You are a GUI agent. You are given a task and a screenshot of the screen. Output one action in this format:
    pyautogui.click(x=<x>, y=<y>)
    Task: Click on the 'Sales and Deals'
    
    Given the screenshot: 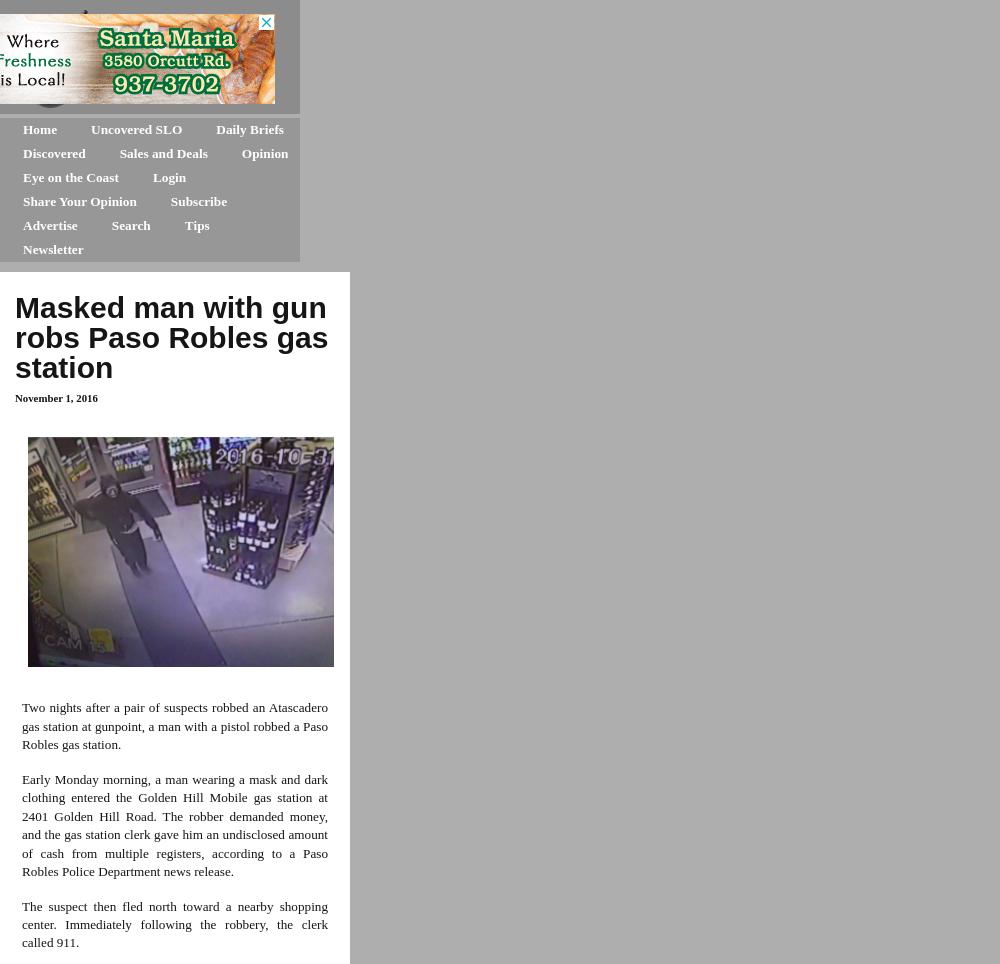 What is the action you would take?
    pyautogui.click(x=118, y=153)
    